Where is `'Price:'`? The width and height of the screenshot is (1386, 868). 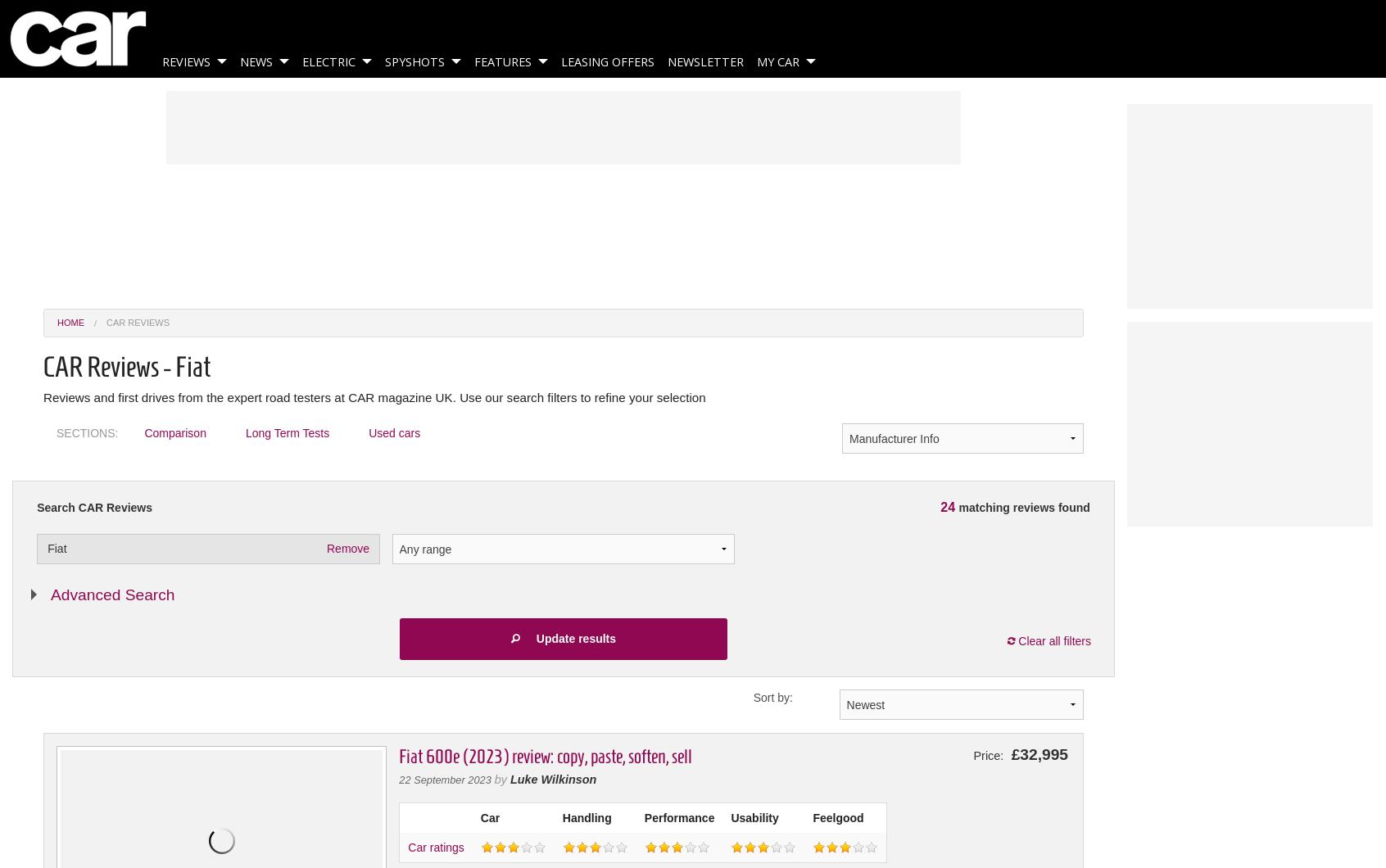 'Price:' is located at coordinates (990, 756).